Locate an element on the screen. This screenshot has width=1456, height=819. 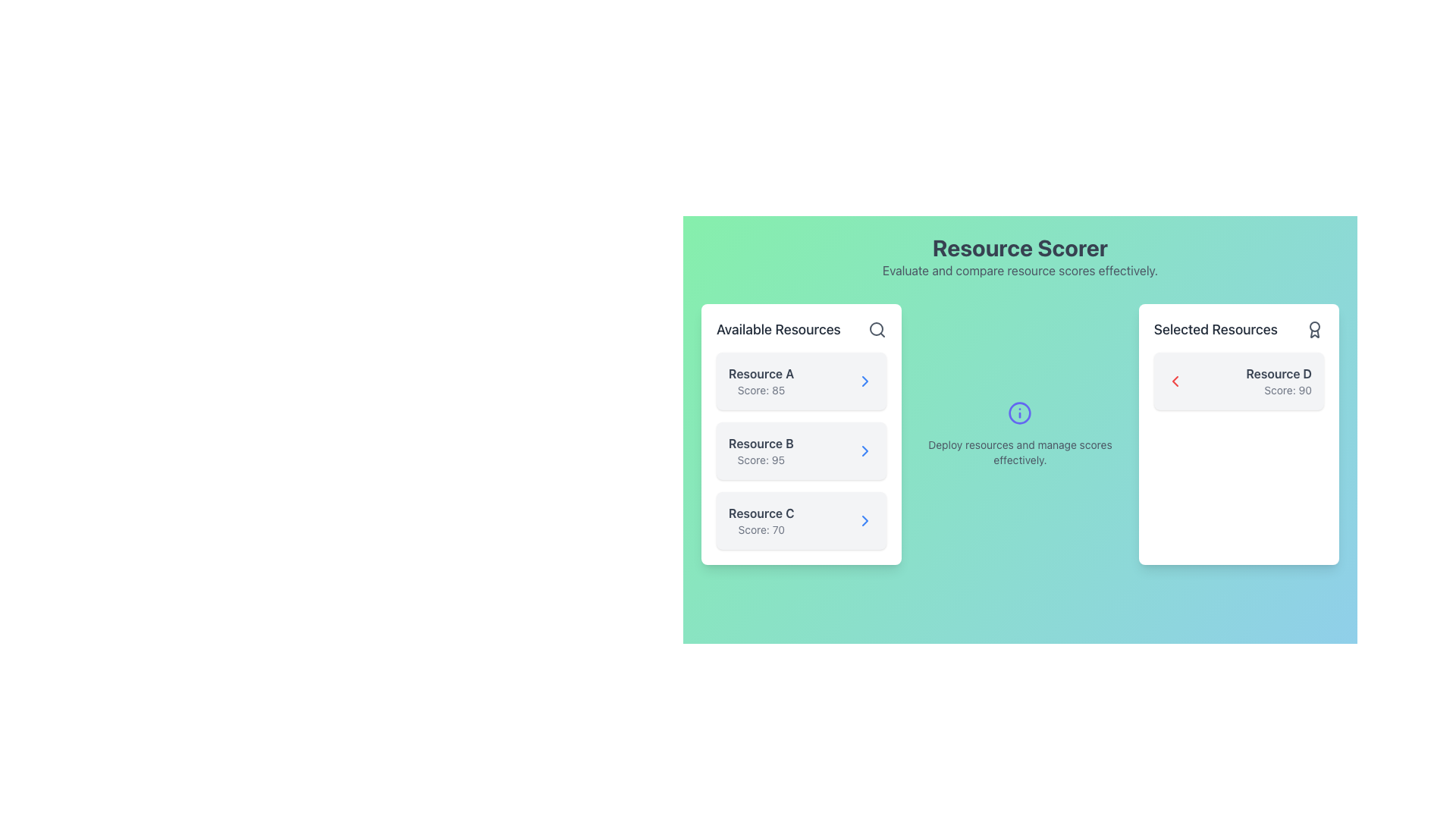
the navigational icon associated with 'Resource A - Score: 85' in the 'Available Resources' card is located at coordinates (865, 380).